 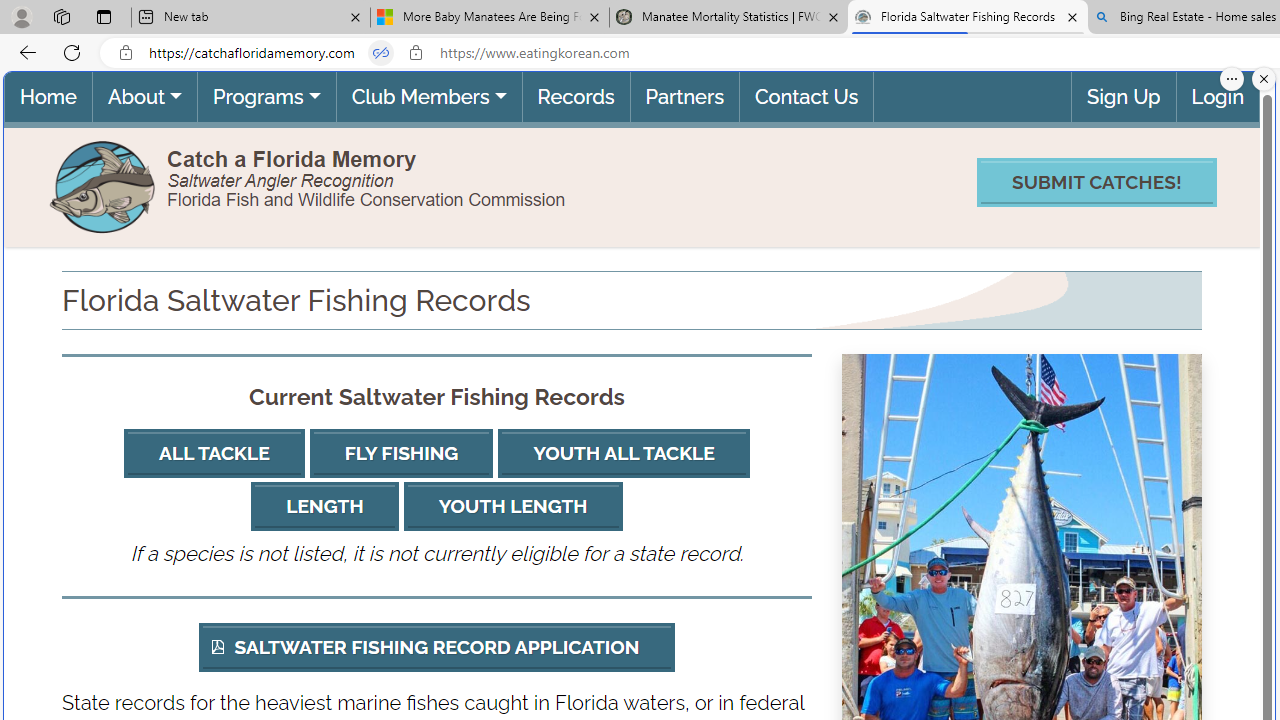 I want to click on 'SALTWATER FISHING RECORD APPLICATION', so click(x=435, y=646).